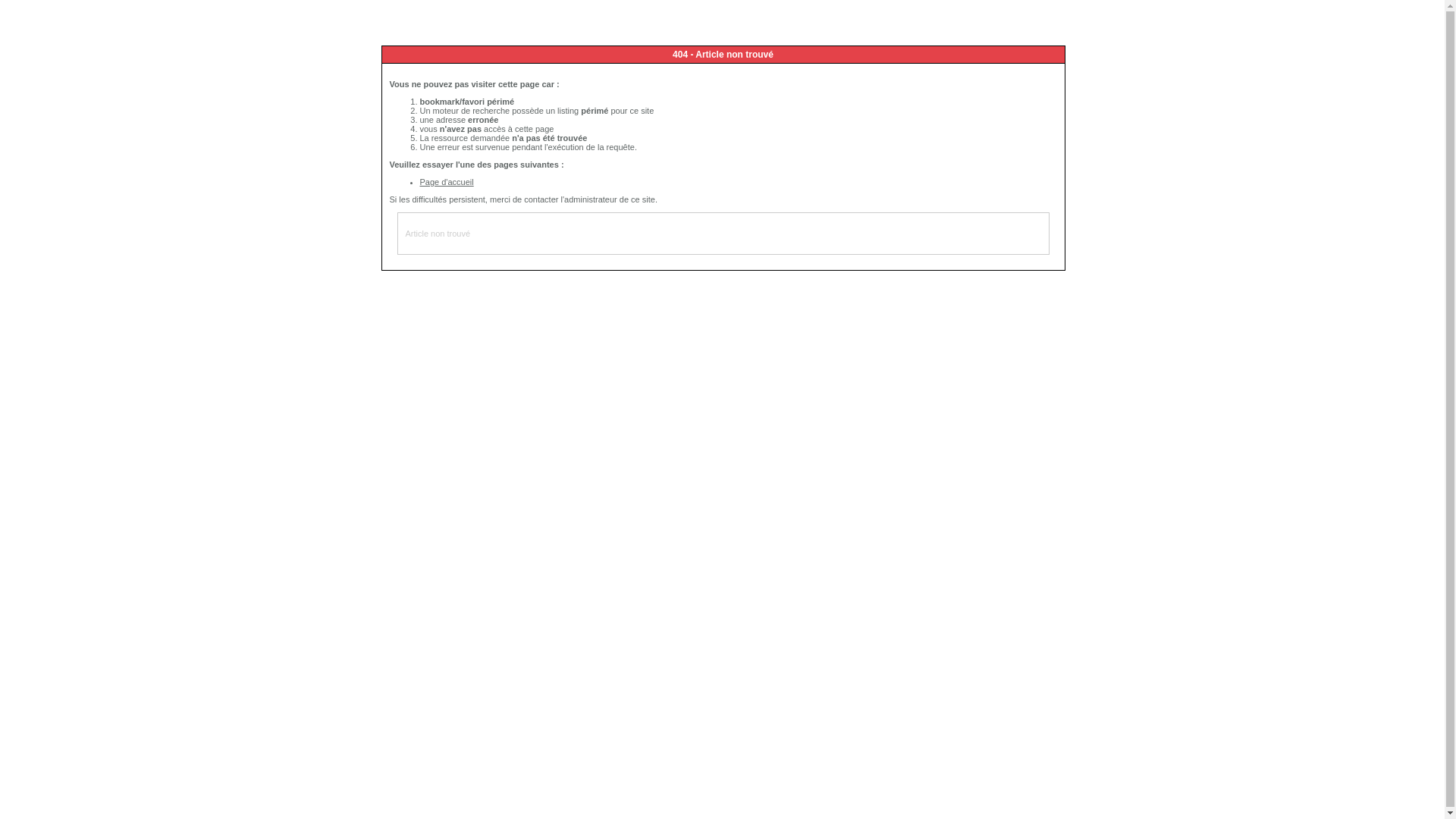  Describe the element at coordinates (446, 180) in the screenshot. I see `'Page d'accueil'` at that location.